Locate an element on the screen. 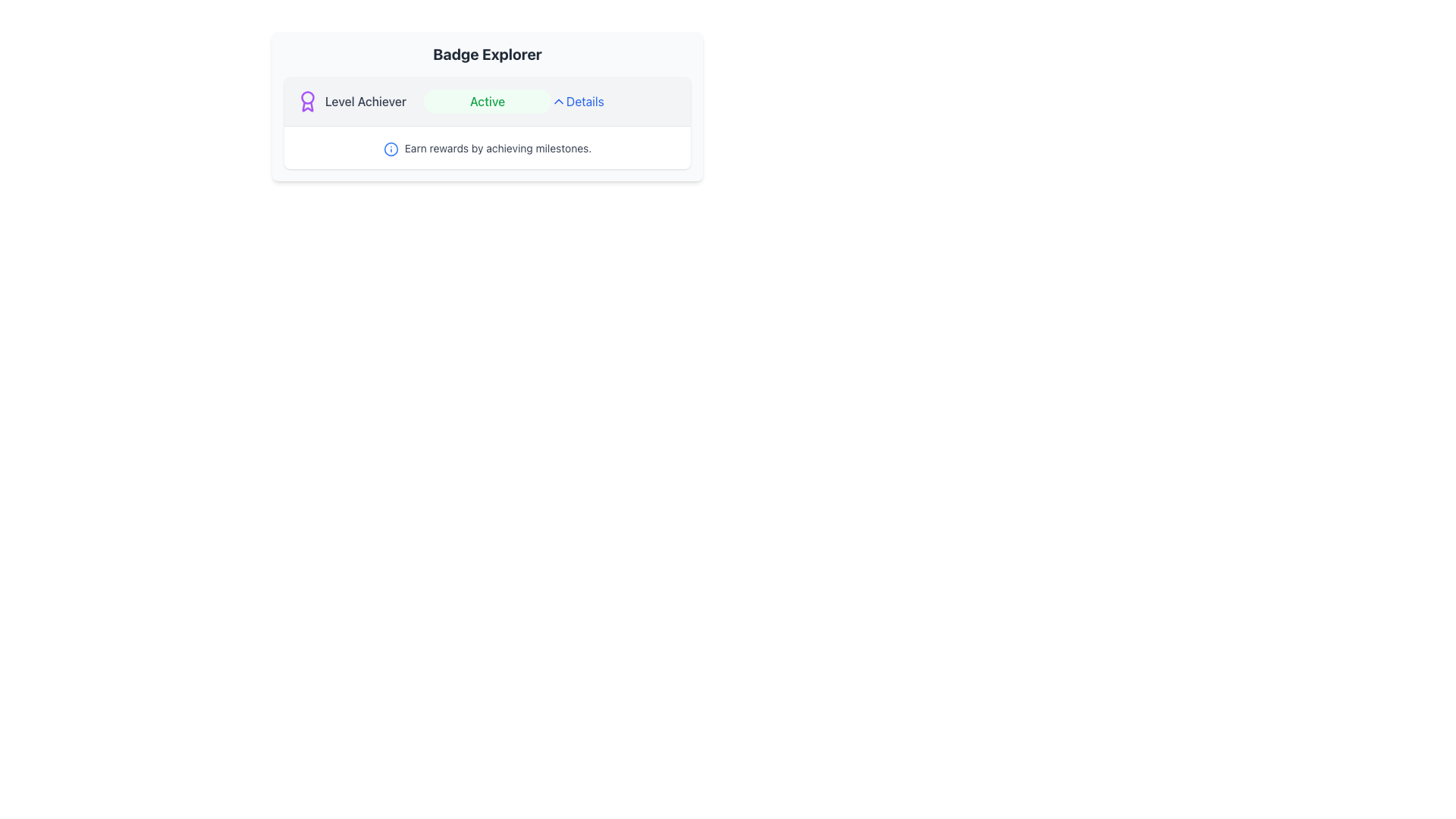  the text label displaying 'Earn rewards by achieving milestones.', which is styled in gray and positioned next to a blue information icon is located at coordinates (498, 149).